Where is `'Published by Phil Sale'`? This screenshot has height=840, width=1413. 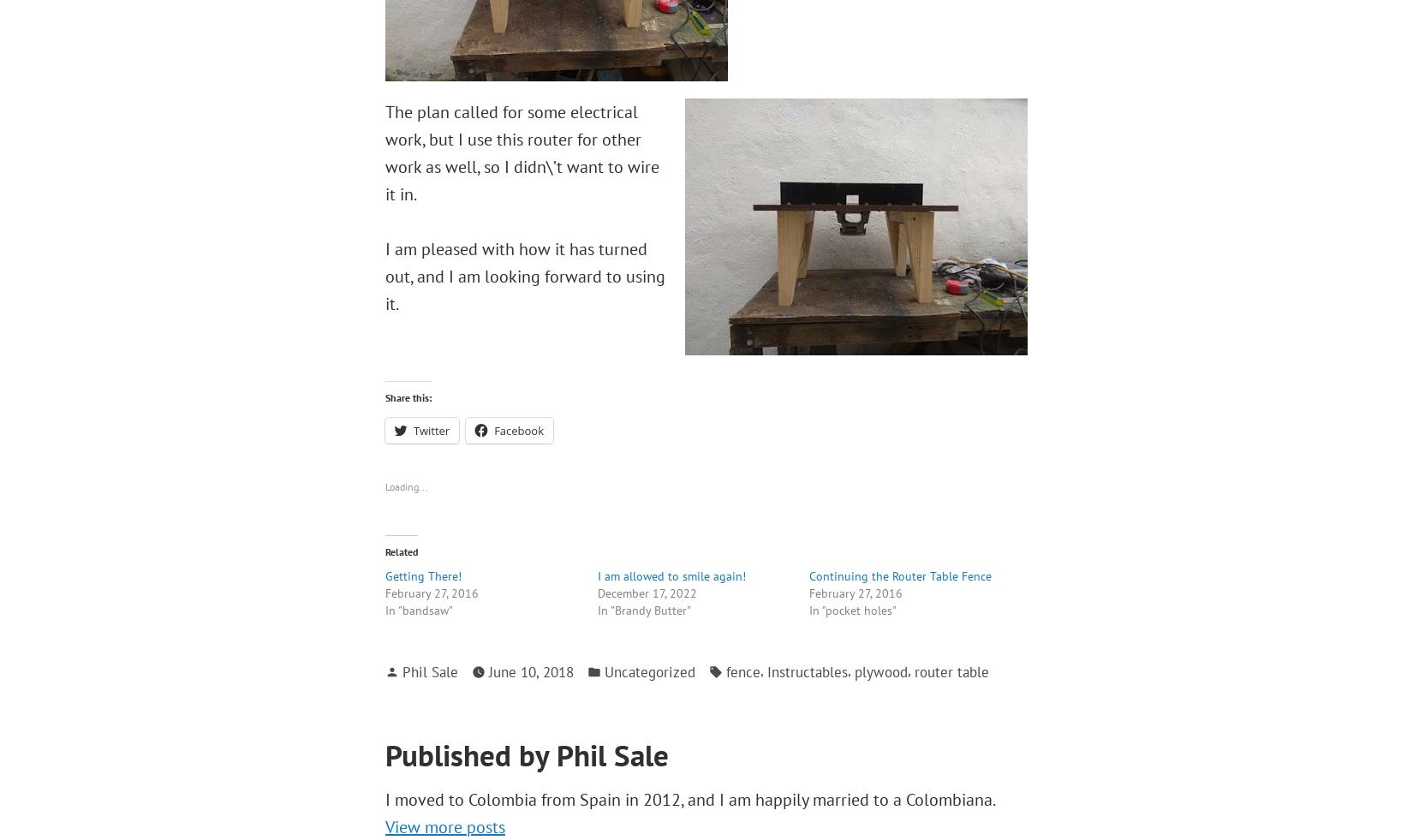 'Published by Phil Sale' is located at coordinates (526, 754).